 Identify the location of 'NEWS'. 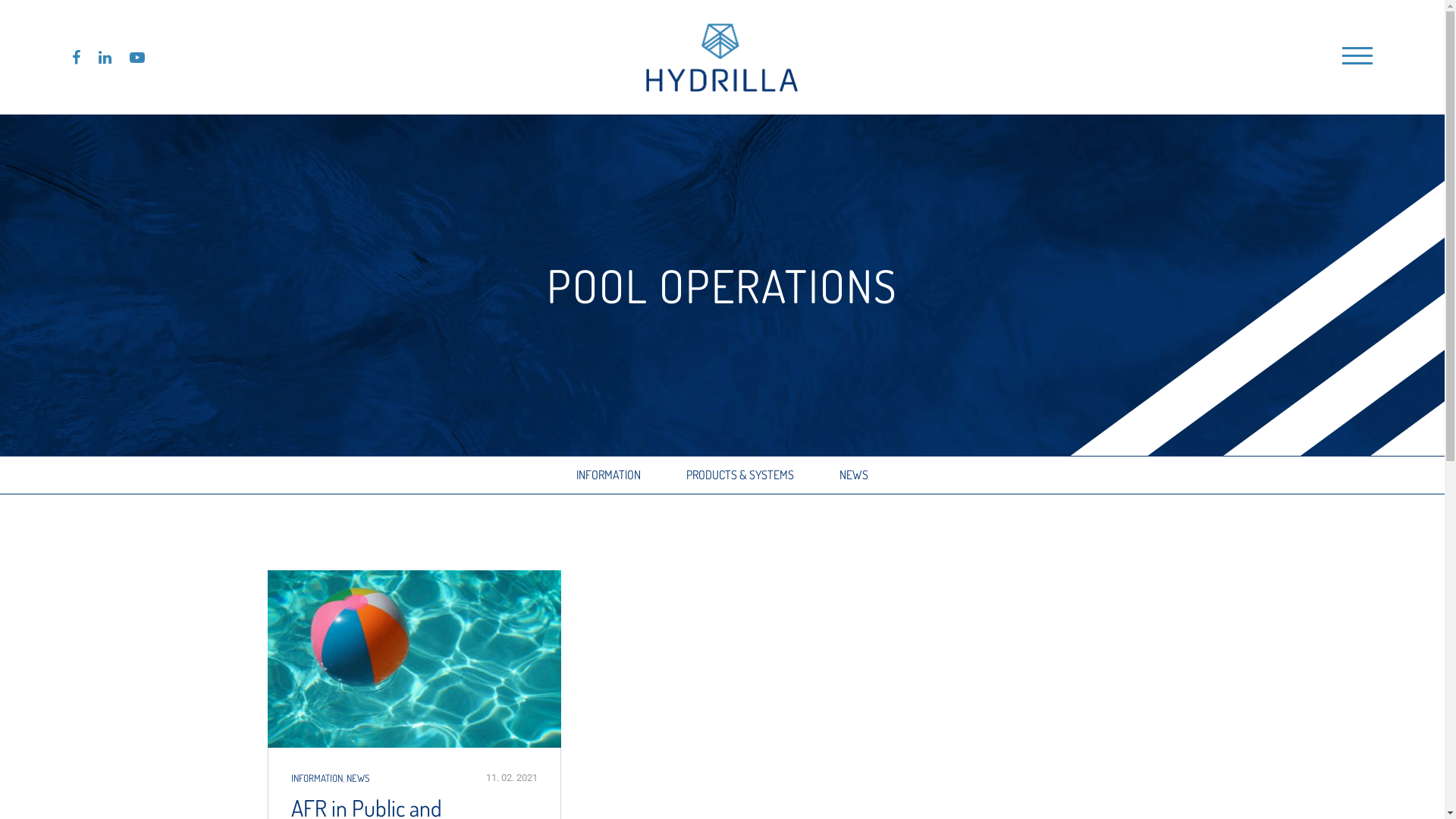
(345, 778).